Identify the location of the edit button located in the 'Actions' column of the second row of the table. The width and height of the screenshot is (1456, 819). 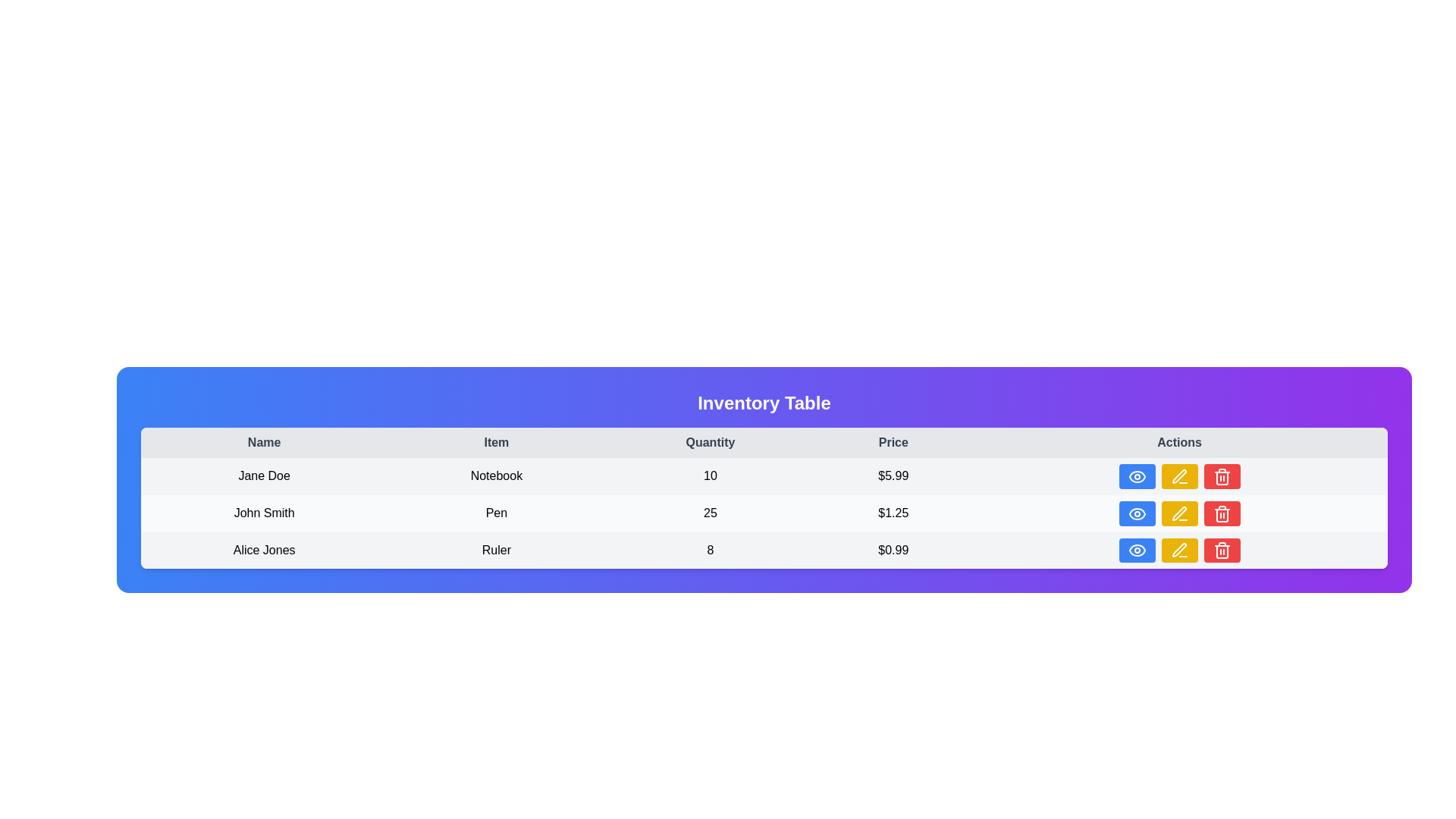
(1178, 513).